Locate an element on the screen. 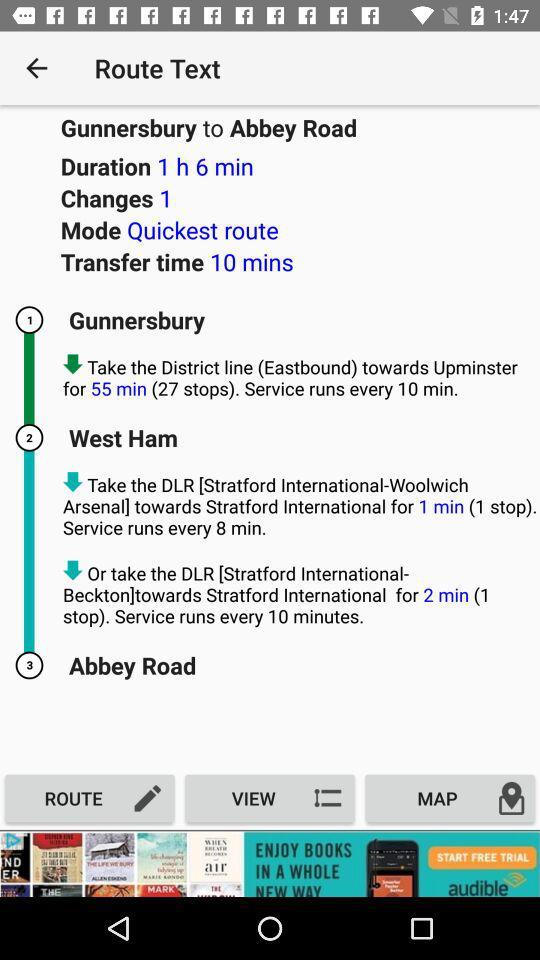  the option which is beside route is located at coordinates (270, 798).